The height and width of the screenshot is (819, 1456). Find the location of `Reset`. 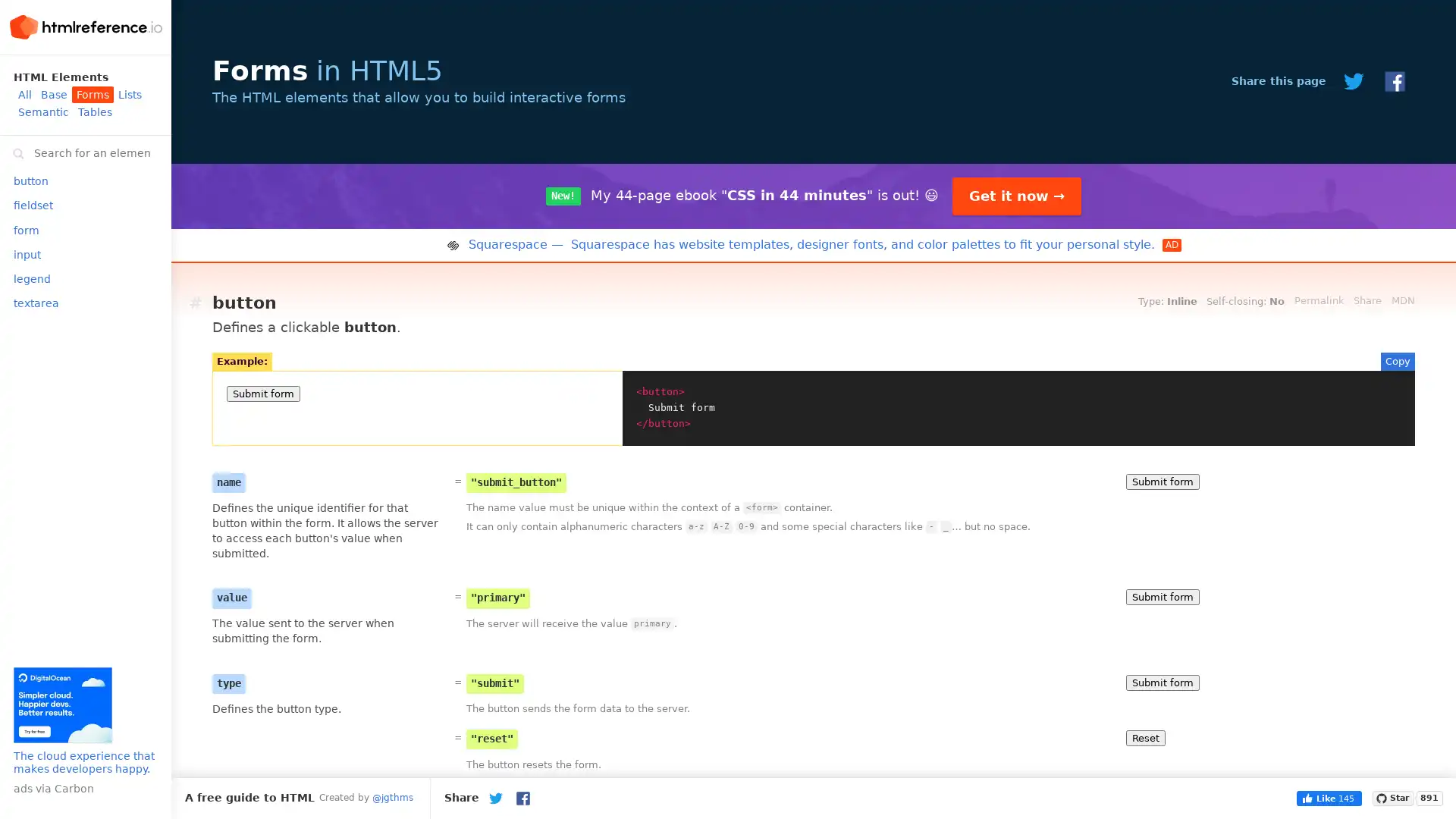

Reset is located at coordinates (1146, 736).